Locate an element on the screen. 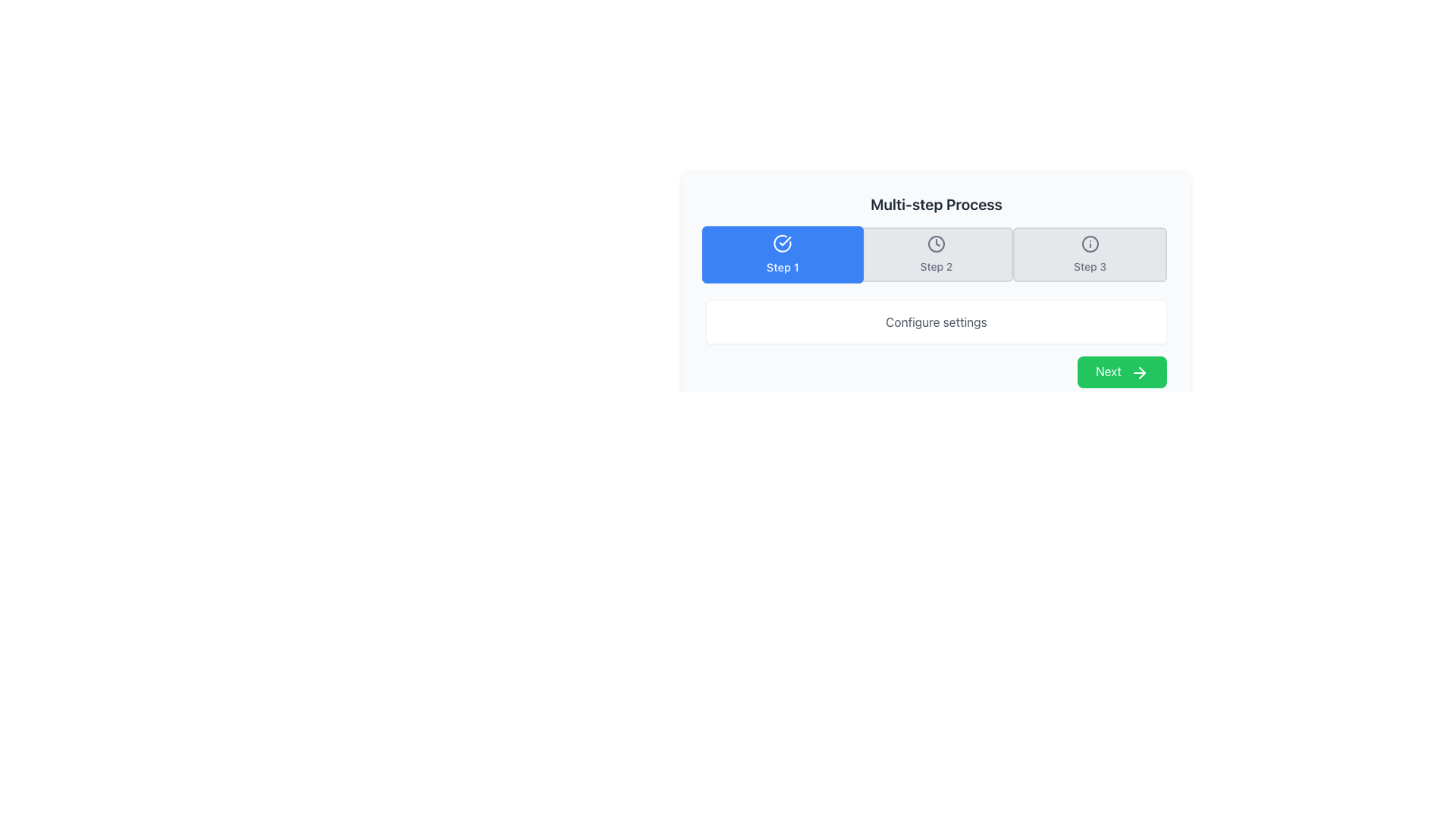 This screenshot has height=819, width=1456. the rectangular button with rounded edges containing a clock icon and the text 'Step 2', which is centrally located among three buttons in a horizontal sequence is located at coordinates (935, 253).